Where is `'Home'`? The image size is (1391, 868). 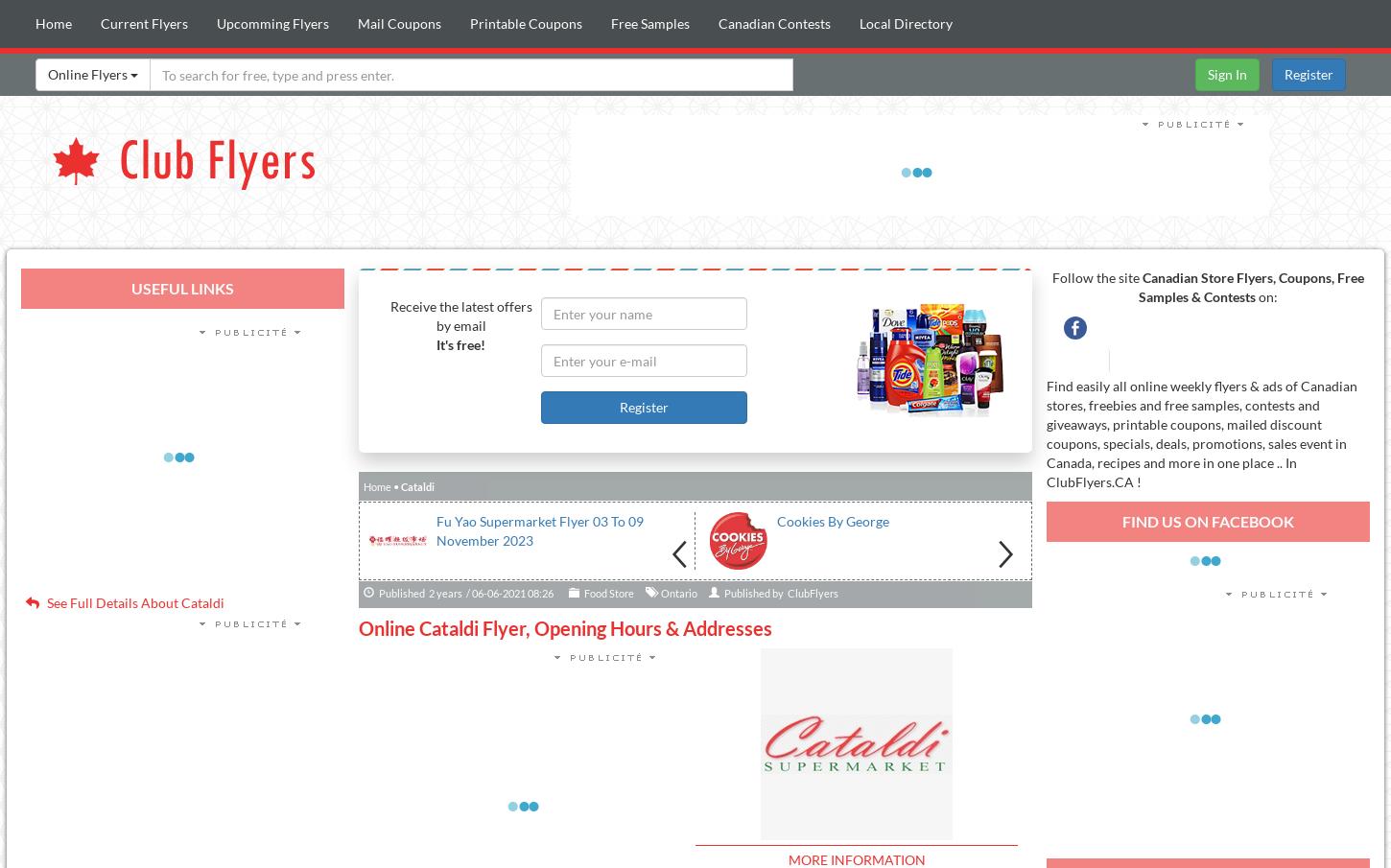
'Home' is located at coordinates (375, 485).